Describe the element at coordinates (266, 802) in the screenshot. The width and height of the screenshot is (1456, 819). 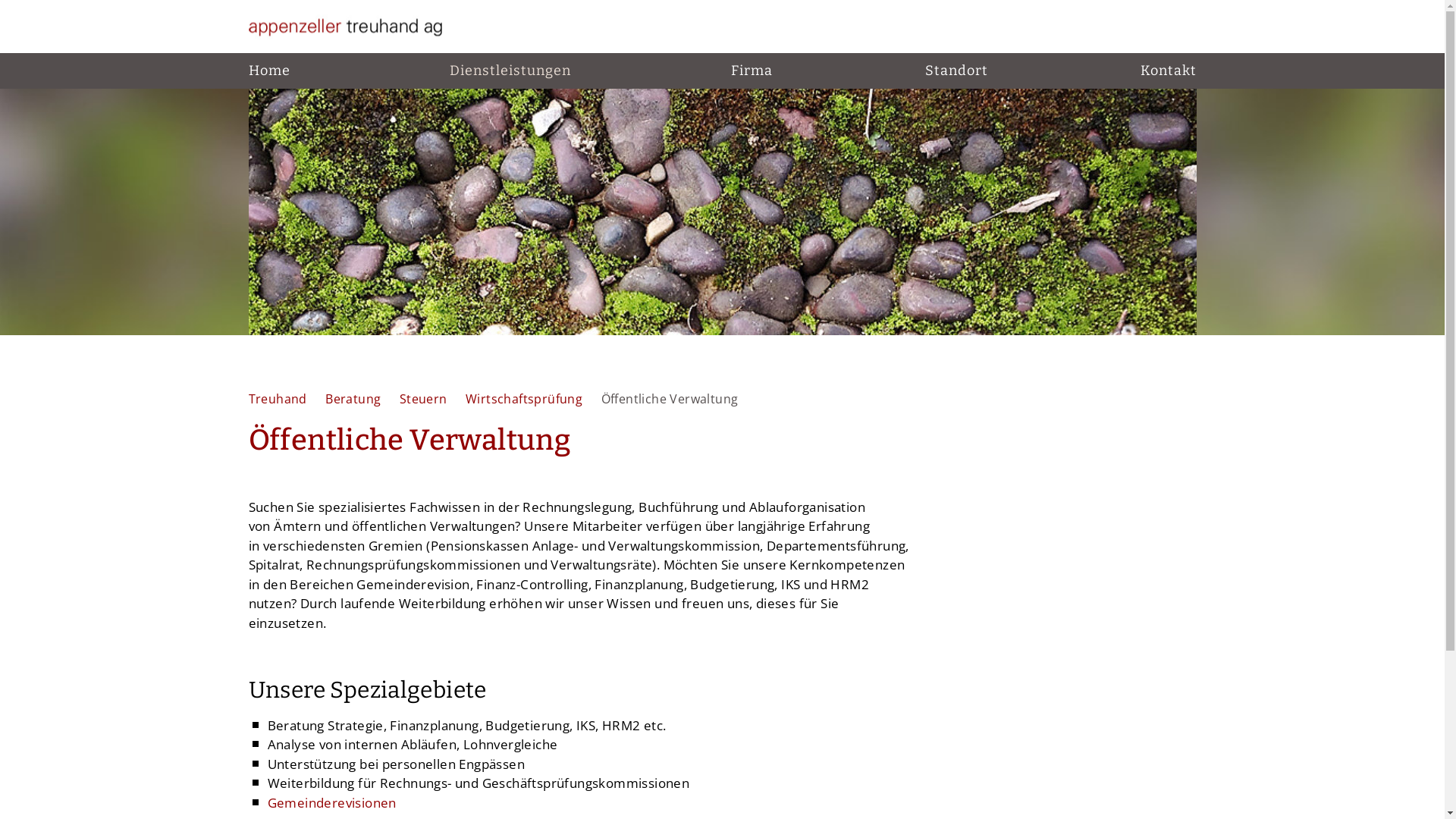
I see `'Gemeinderevisionen'` at that location.